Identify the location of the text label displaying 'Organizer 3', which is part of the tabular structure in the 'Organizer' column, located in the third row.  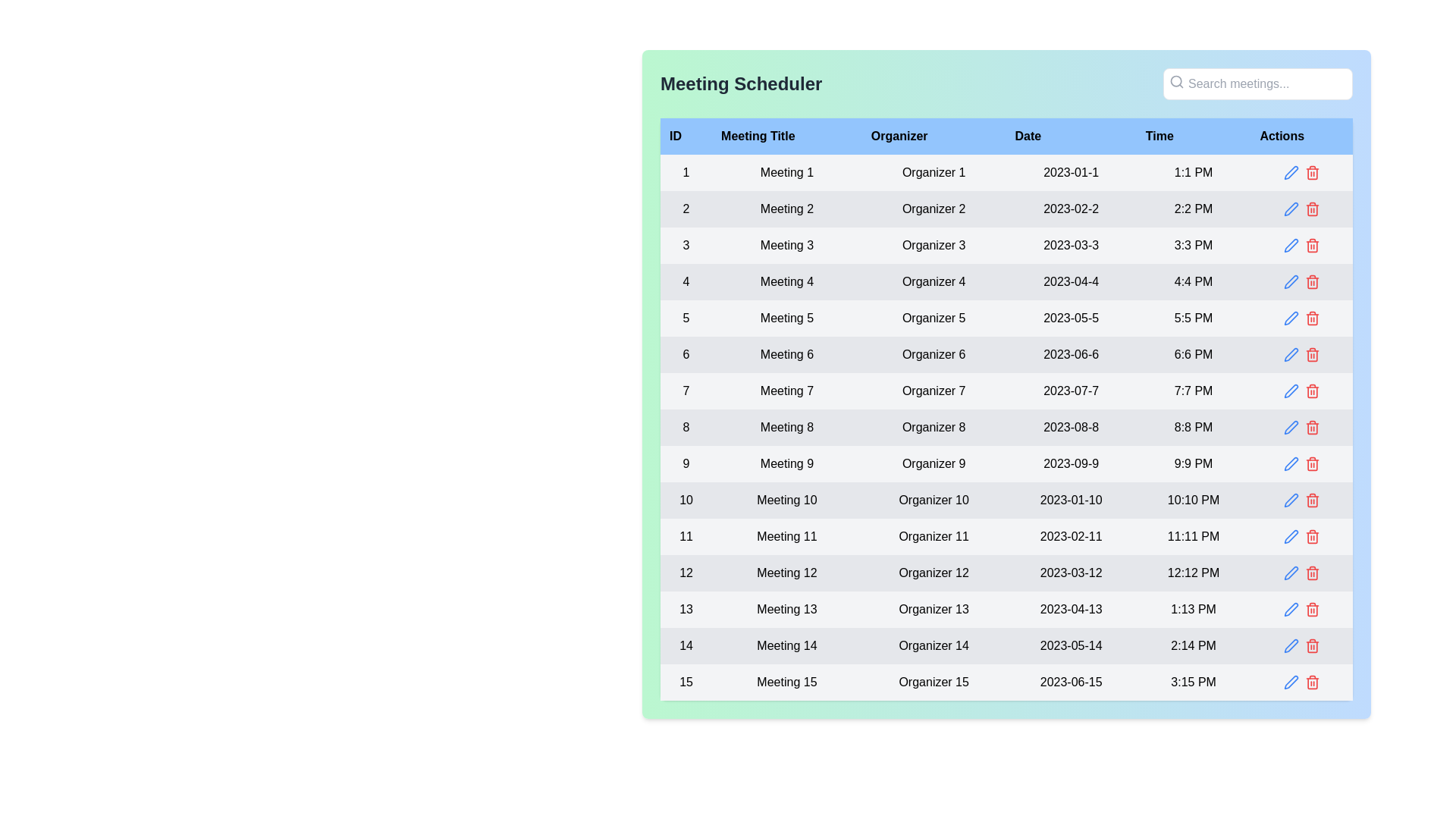
(933, 245).